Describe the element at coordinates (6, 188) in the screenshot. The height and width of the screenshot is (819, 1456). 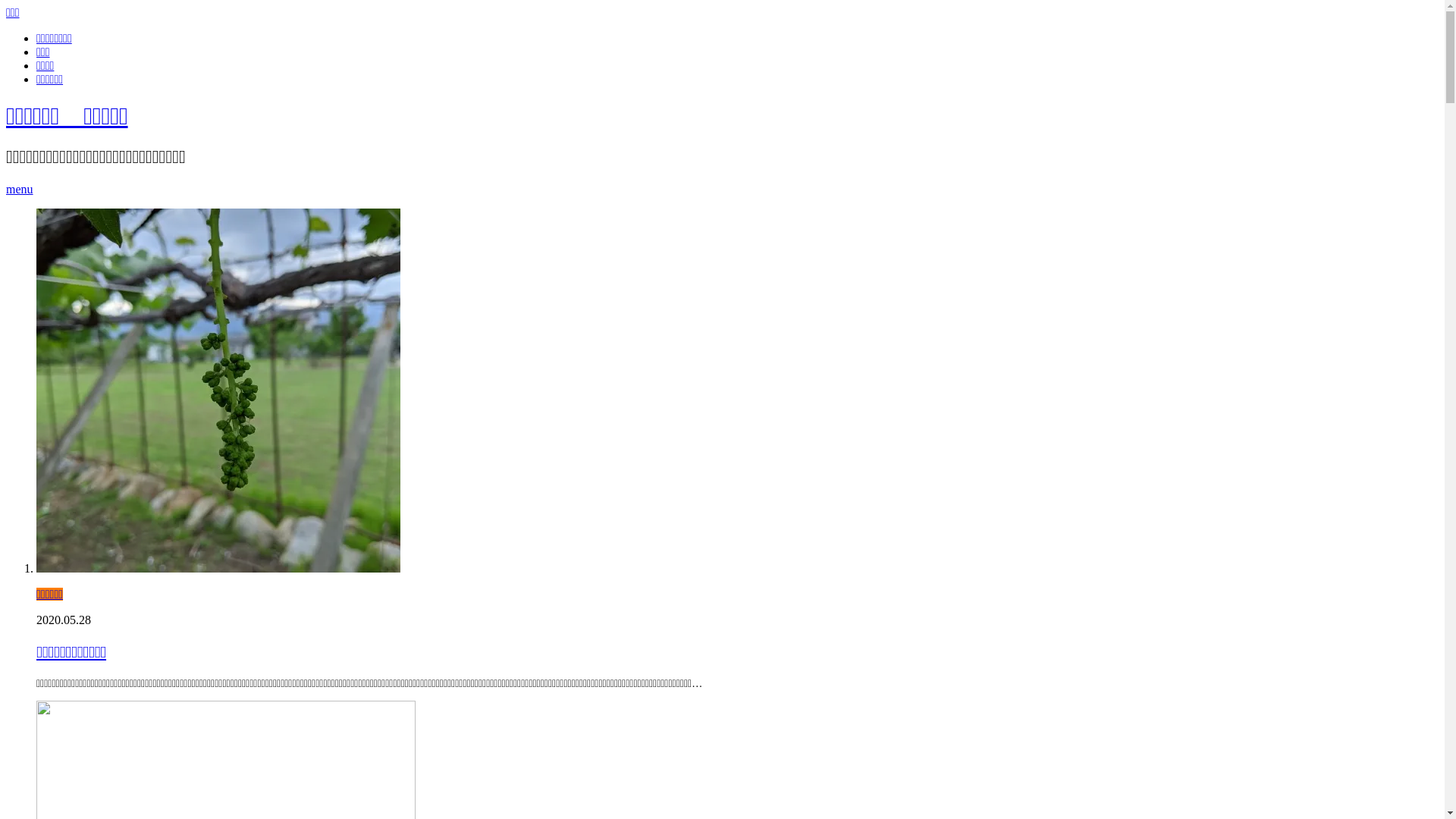
I see `'menu'` at that location.